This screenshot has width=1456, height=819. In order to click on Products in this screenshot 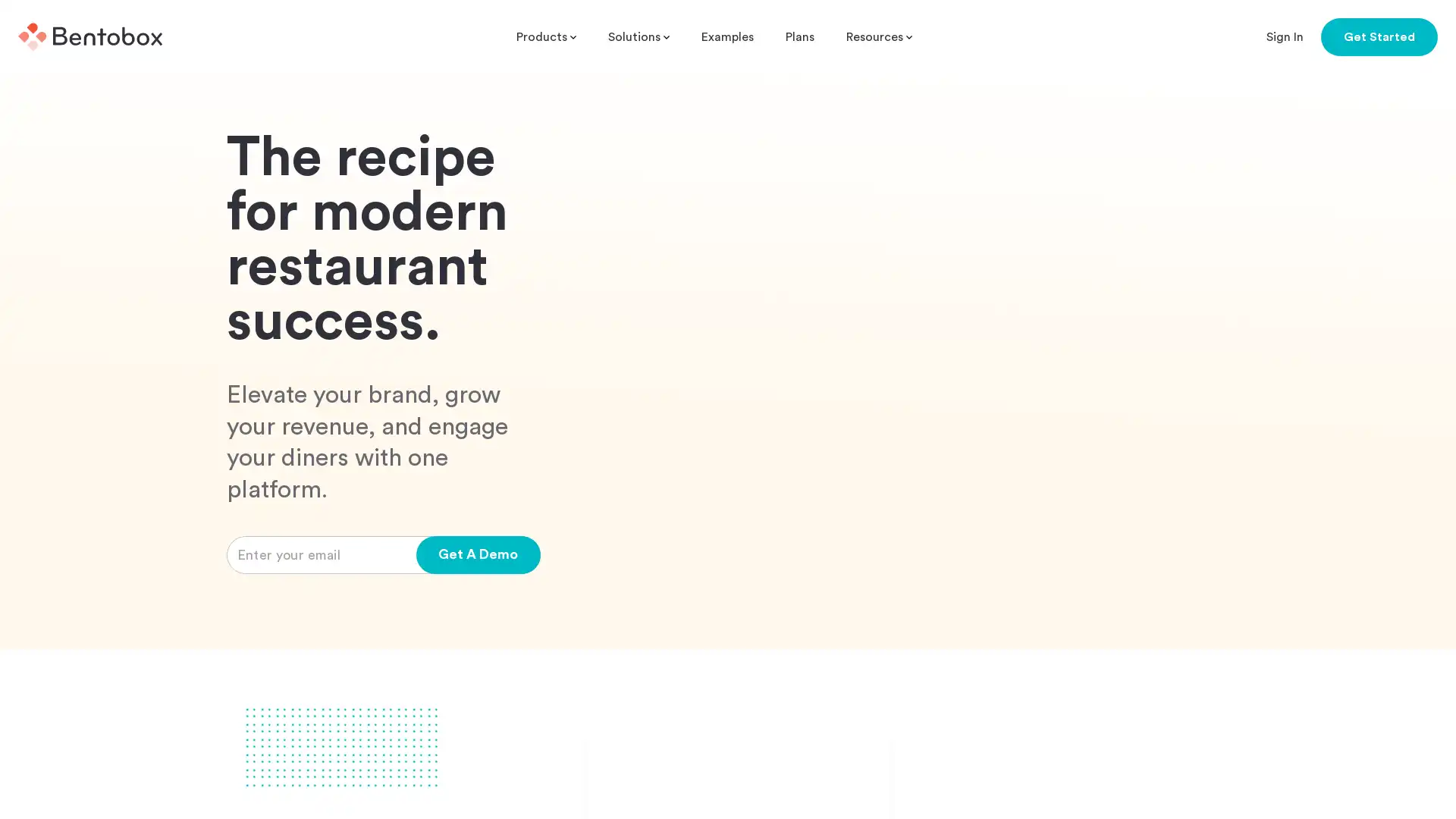, I will do `click(546, 36)`.